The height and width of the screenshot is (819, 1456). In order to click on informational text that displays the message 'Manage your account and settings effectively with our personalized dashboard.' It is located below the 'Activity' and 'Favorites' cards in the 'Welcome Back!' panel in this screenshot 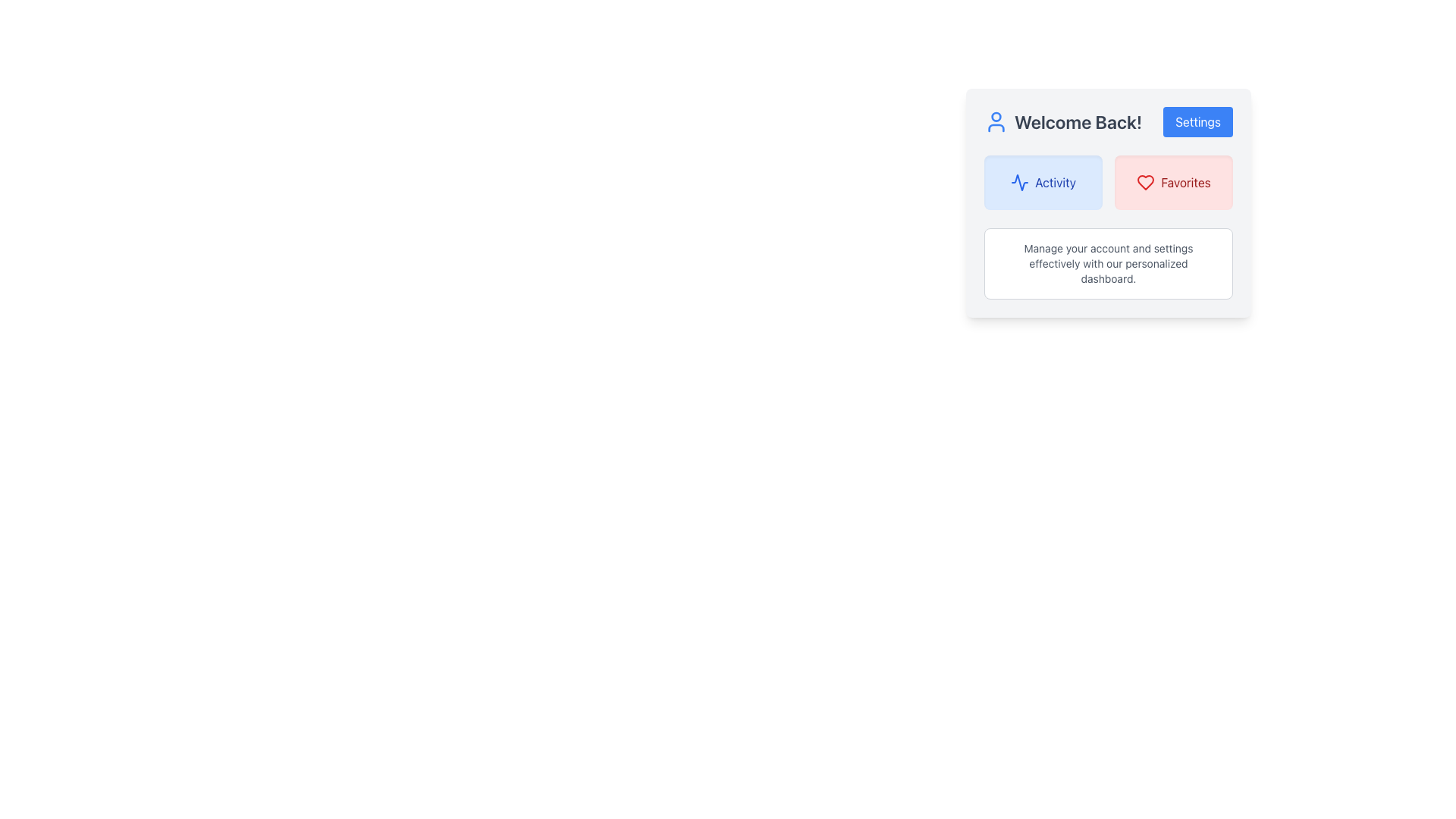, I will do `click(1109, 262)`.